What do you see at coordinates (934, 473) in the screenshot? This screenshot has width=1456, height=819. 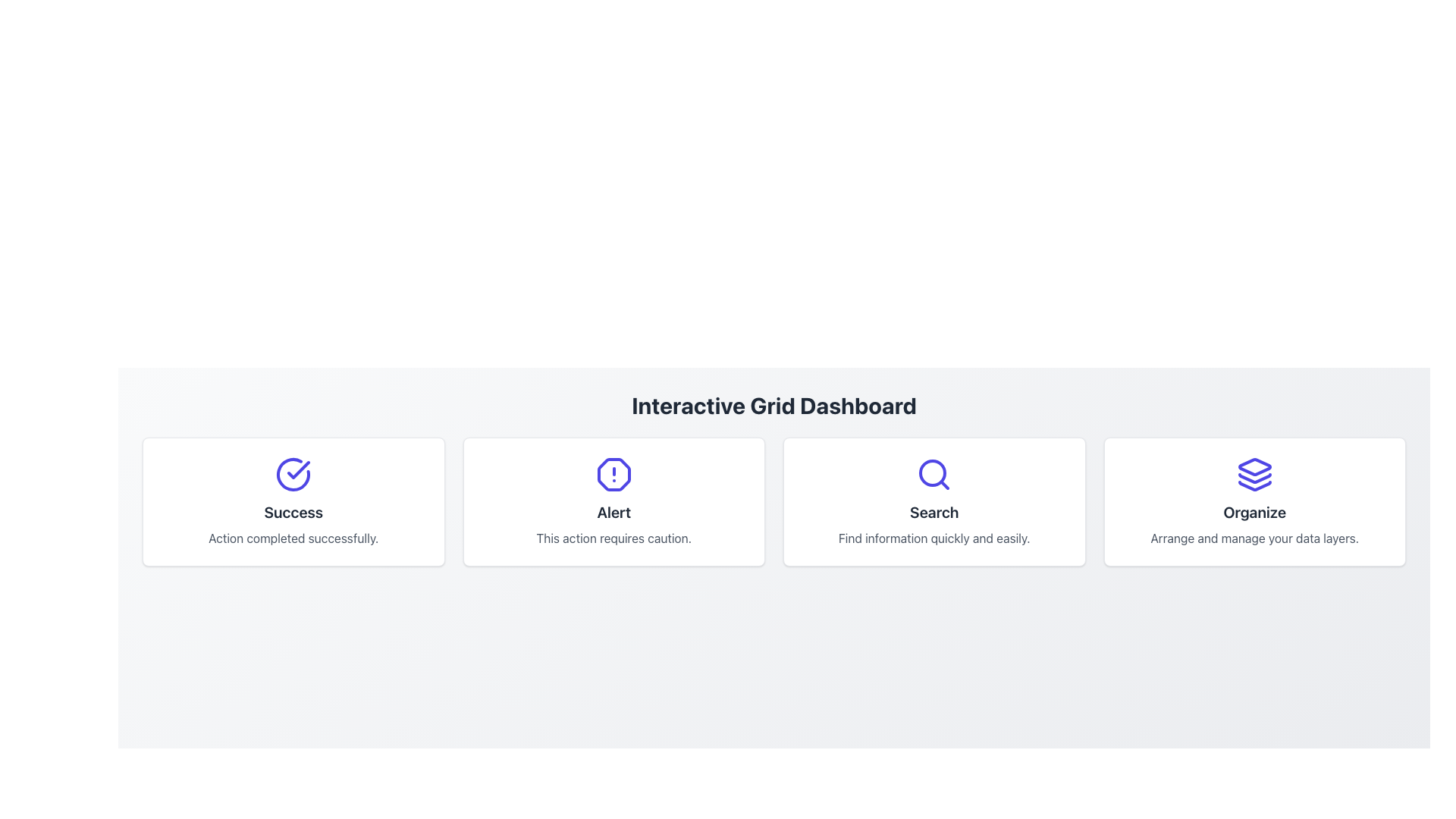 I see `the magnifying glass icon with a blue outline located above the text 'Search' in the third card from the left` at bounding box center [934, 473].